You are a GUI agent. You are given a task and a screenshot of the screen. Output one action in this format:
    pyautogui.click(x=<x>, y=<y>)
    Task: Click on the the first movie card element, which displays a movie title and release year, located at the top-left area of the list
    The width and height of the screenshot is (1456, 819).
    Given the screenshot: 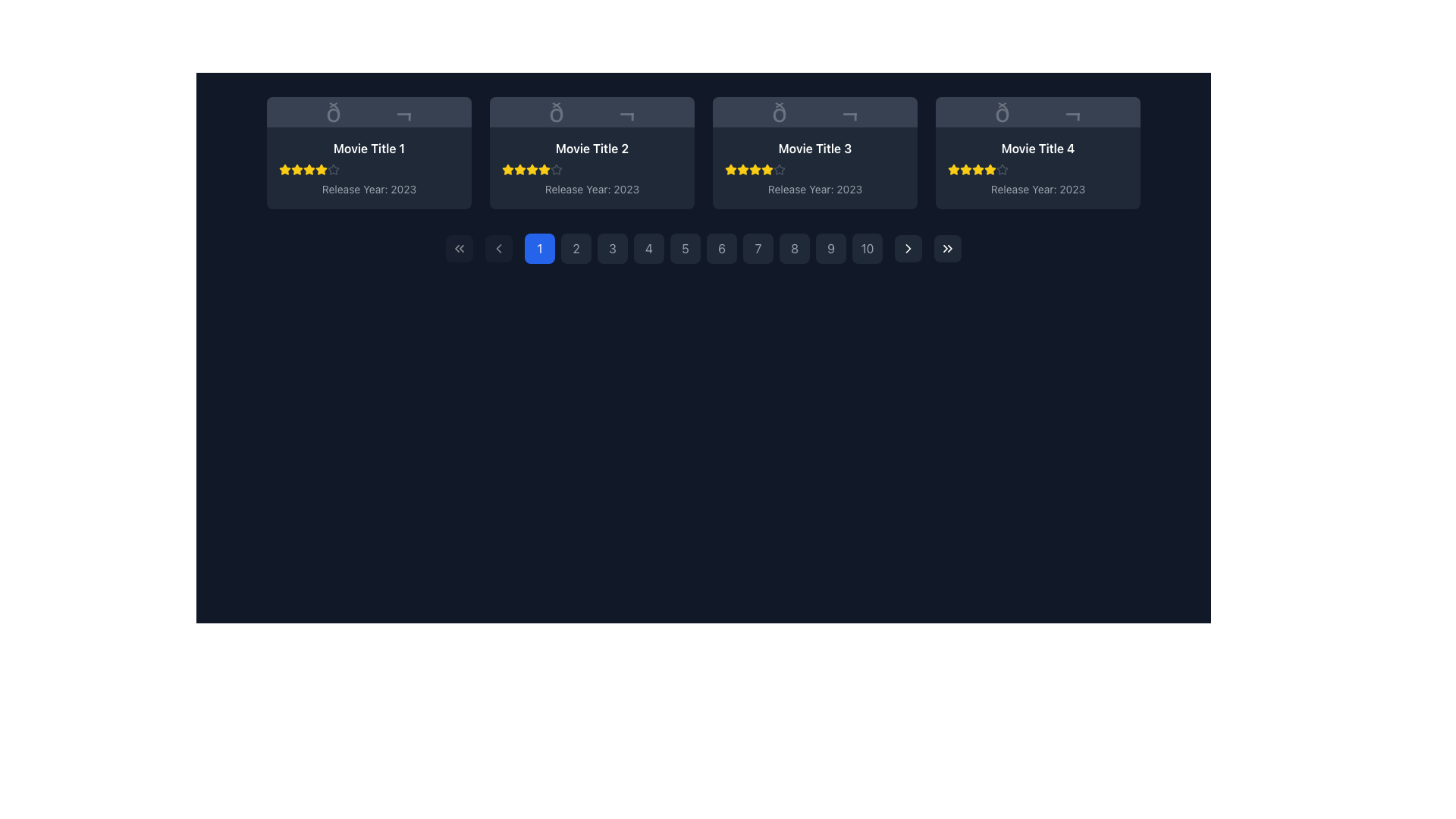 What is the action you would take?
    pyautogui.click(x=369, y=168)
    